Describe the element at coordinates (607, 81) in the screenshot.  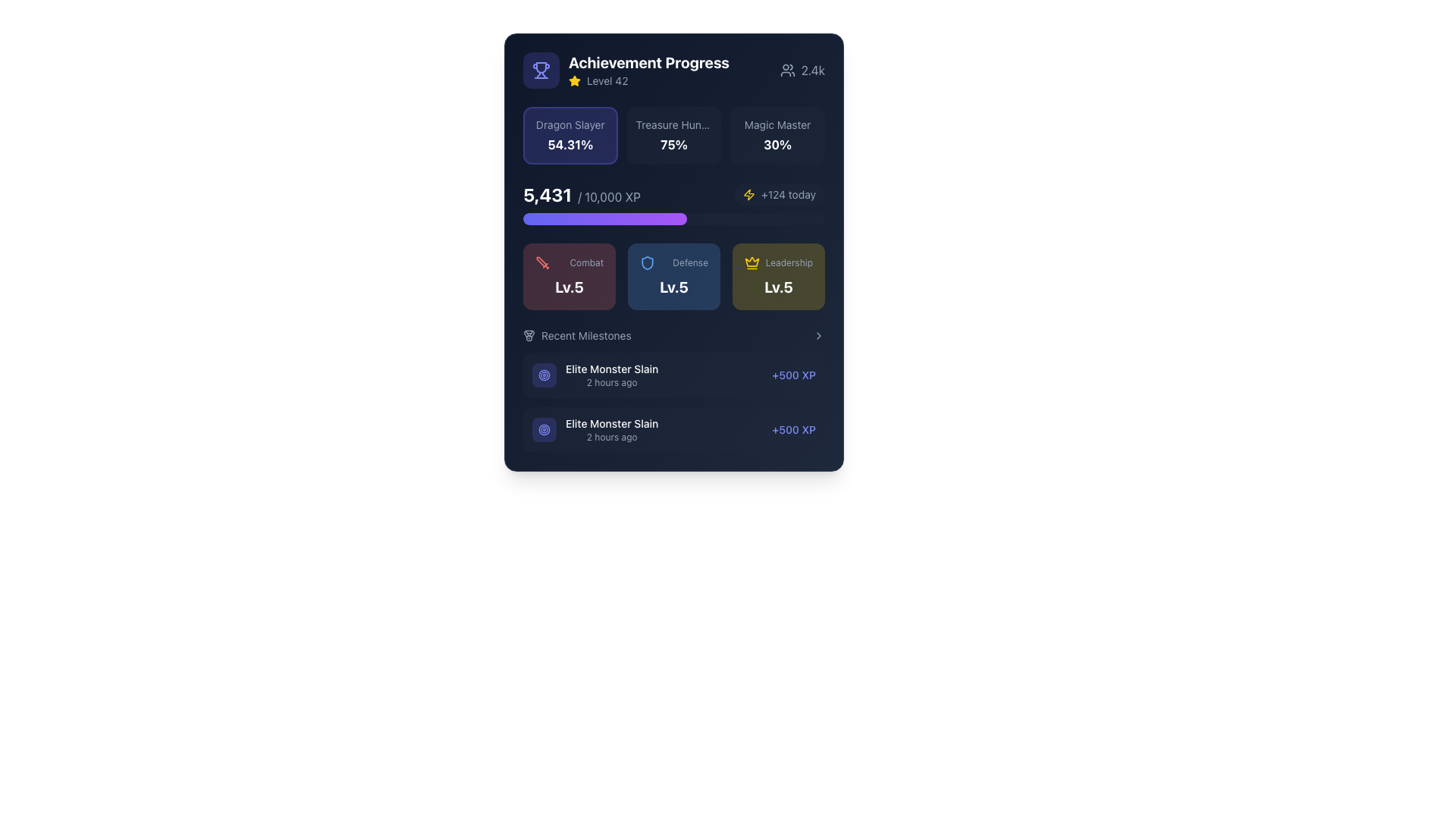
I see `the text label displaying 'Level 42', which is styled in smaller gray font and located to the right of a yellow star icon in the 'Achievement Progress' section` at that location.